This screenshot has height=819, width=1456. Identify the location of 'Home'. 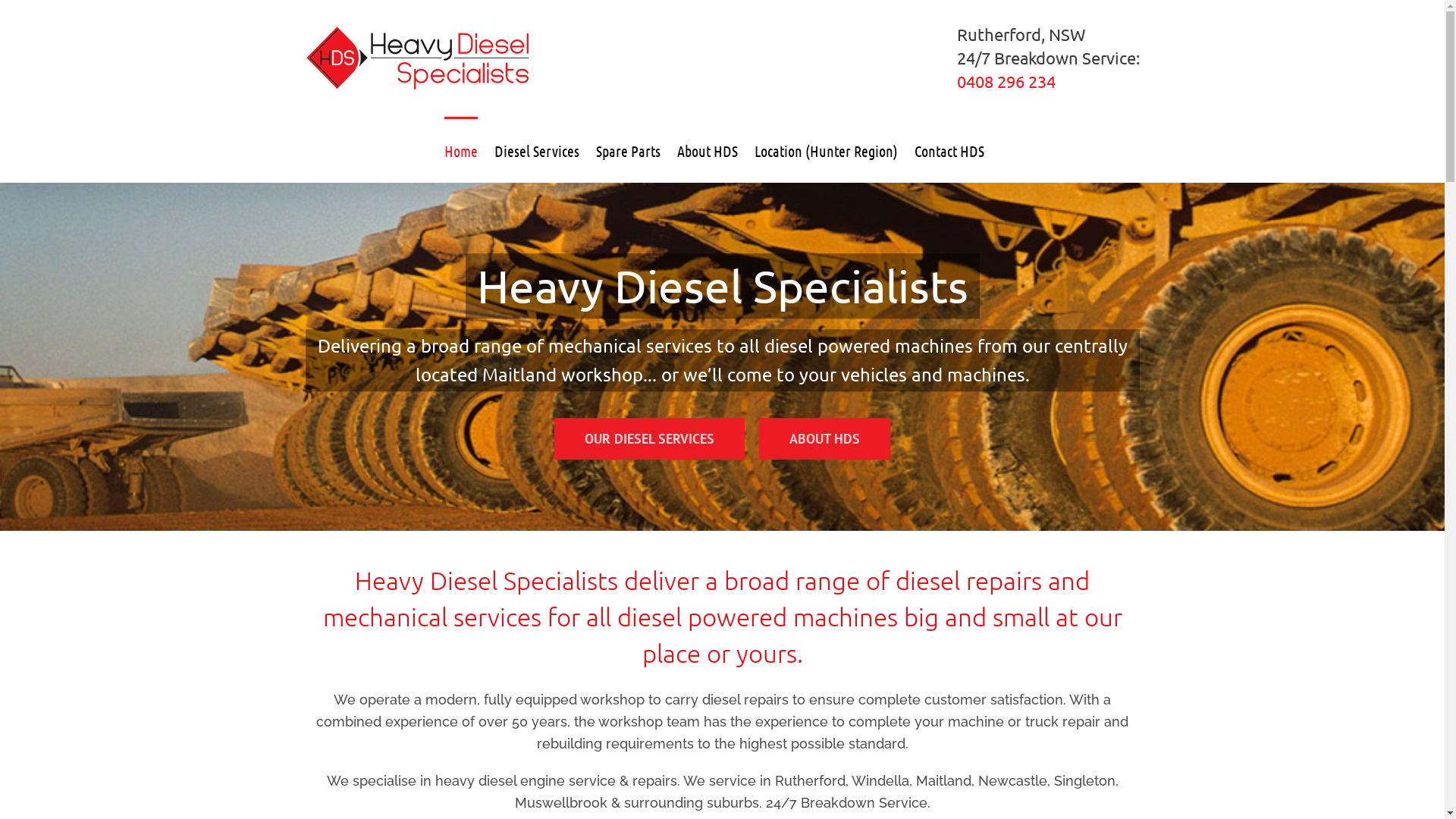
(443, 149).